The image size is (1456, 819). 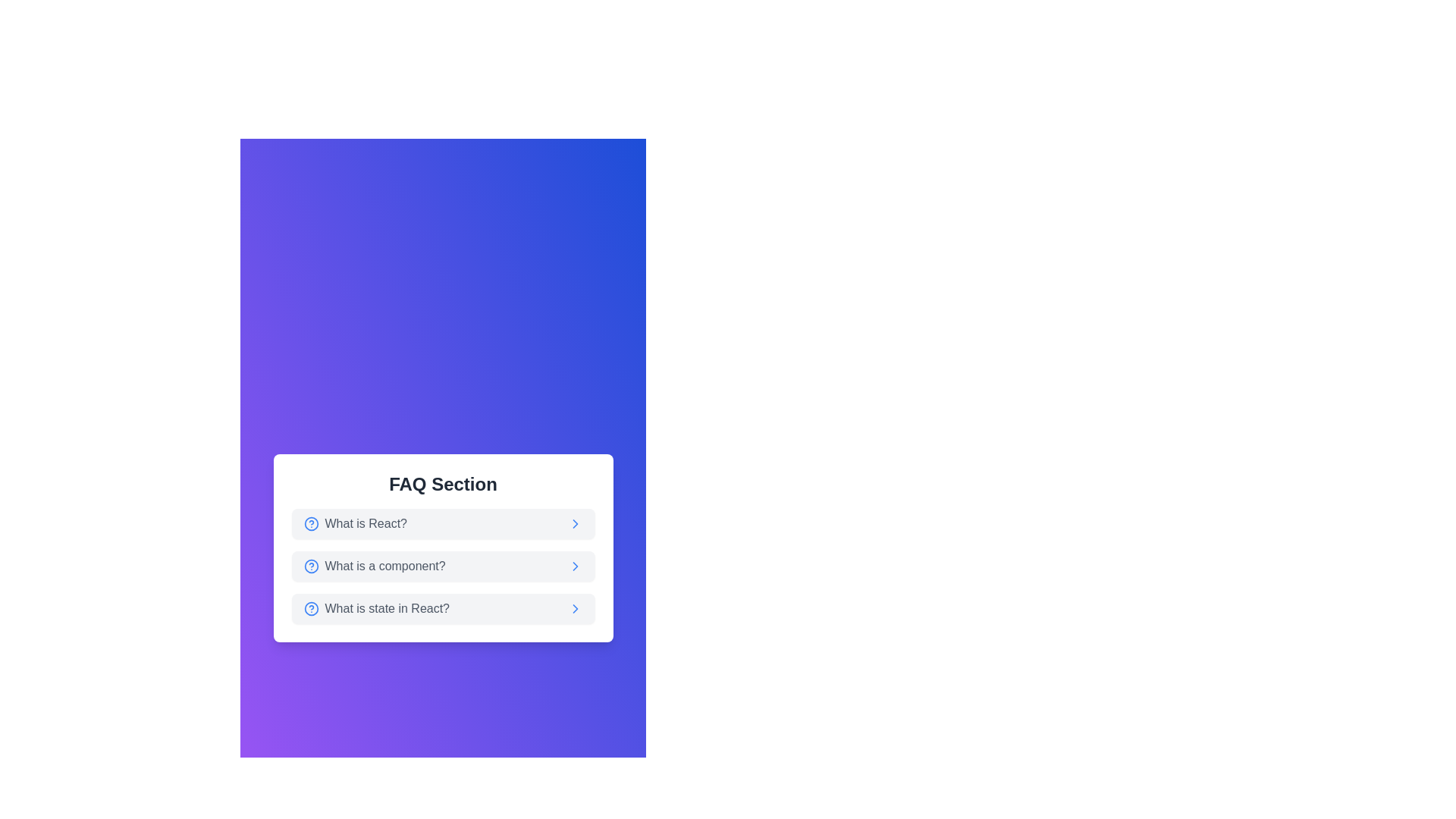 What do you see at coordinates (442, 607) in the screenshot?
I see `the third FAQ entry` at bounding box center [442, 607].